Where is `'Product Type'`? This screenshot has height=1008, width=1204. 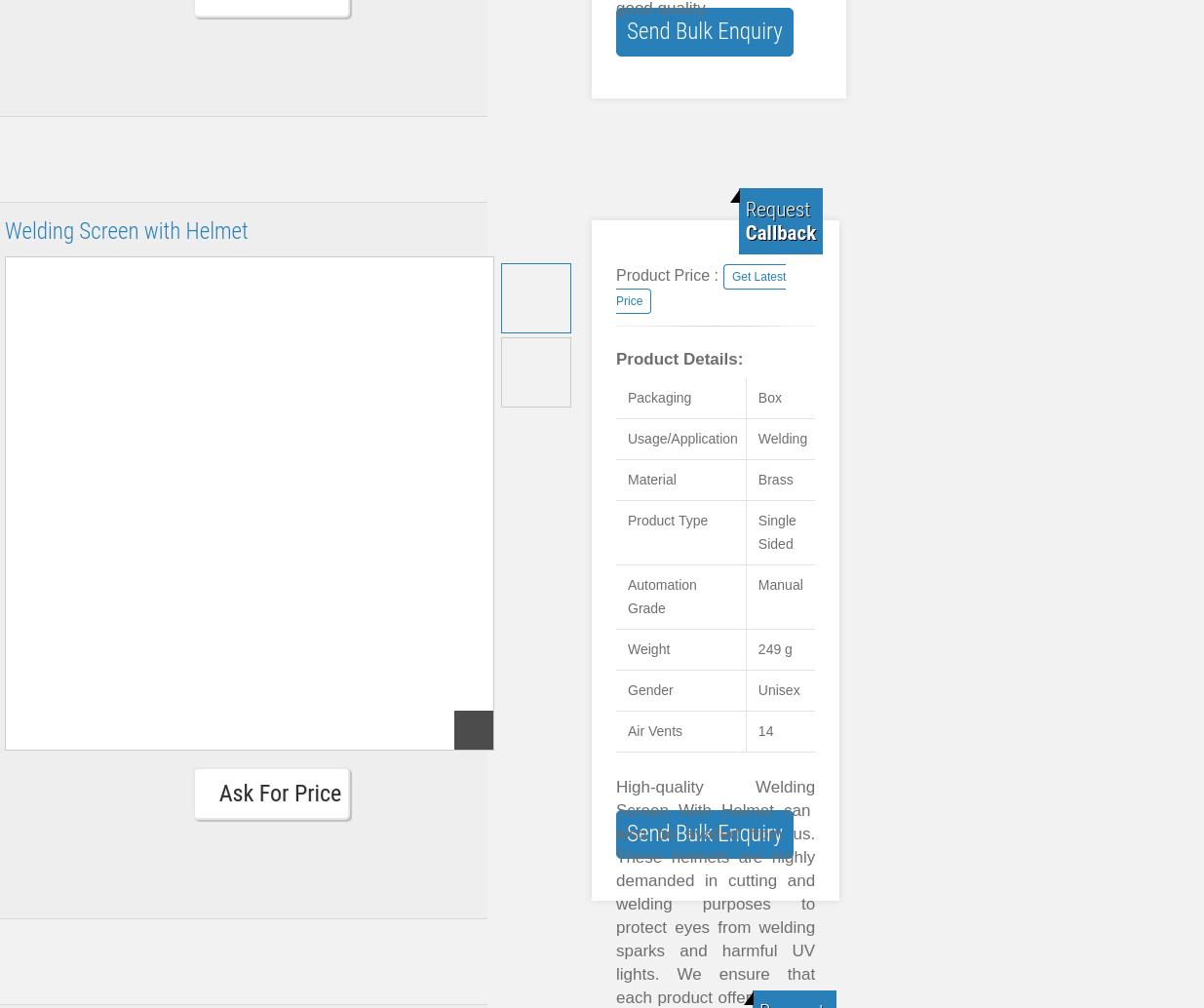
'Product Type' is located at coordinates (668, 520).